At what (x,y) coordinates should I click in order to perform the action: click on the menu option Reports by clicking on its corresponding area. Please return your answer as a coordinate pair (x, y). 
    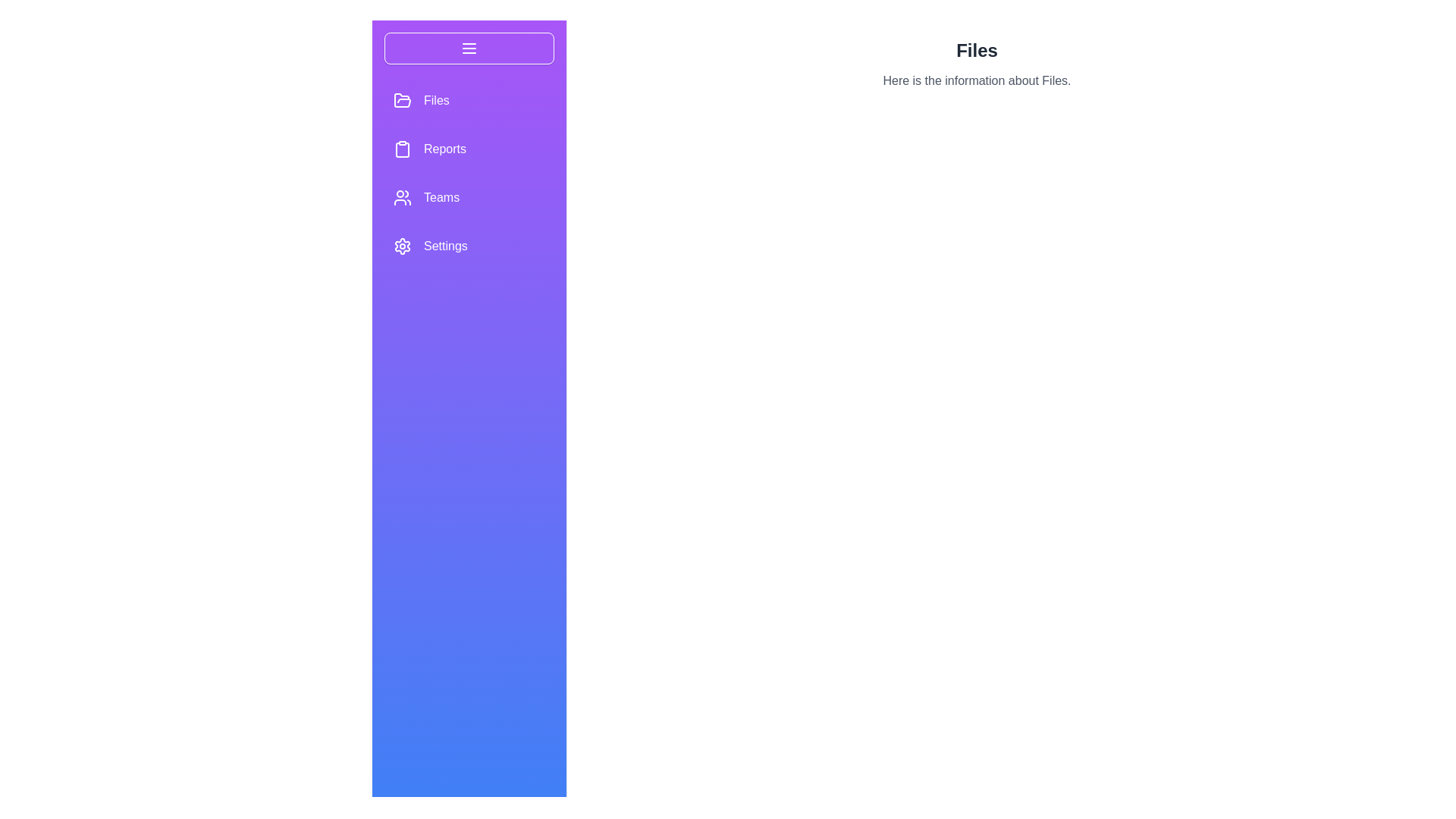
    Looking at the image, I should click on (469, 149).